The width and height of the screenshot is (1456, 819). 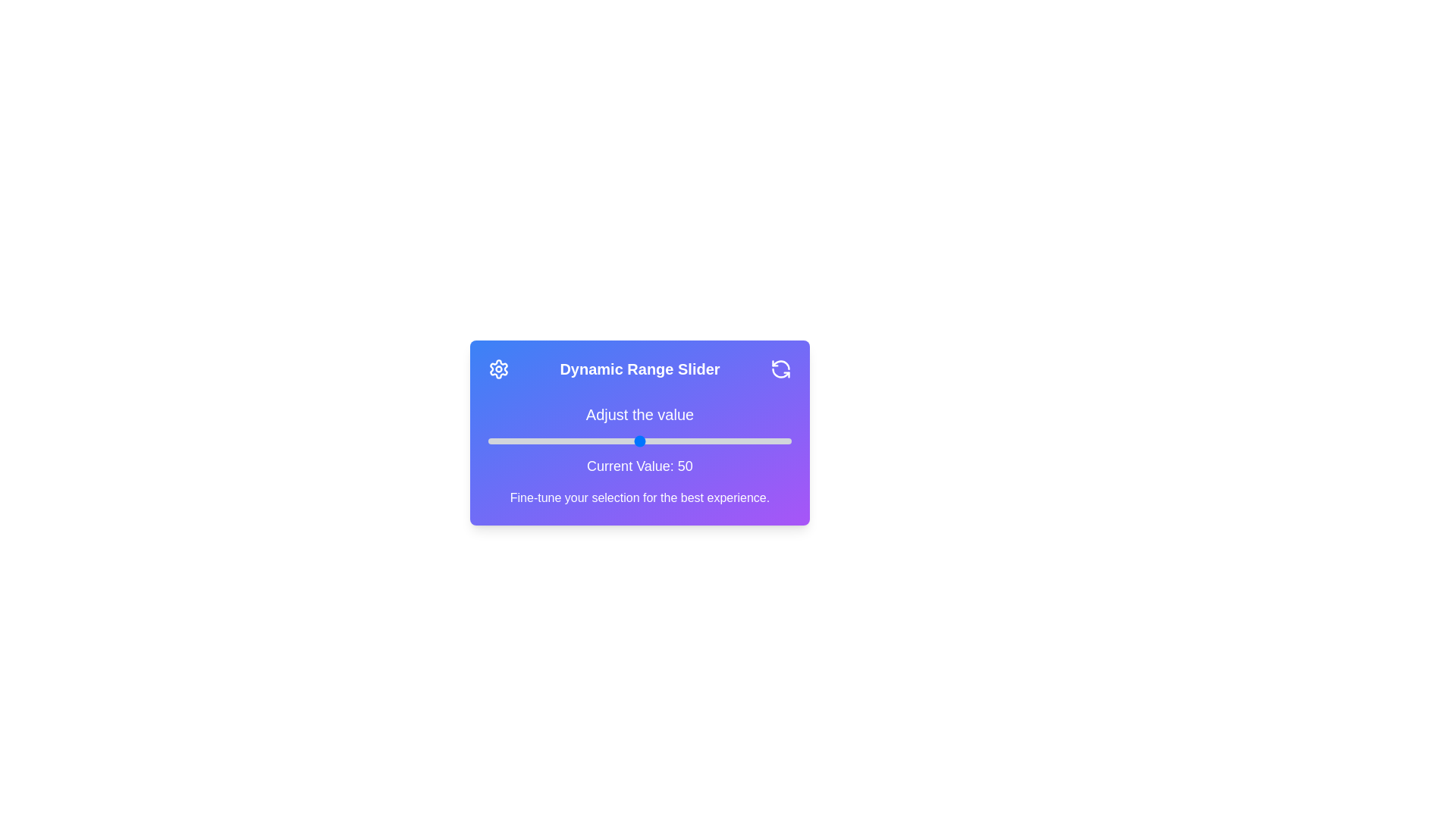 I want to click on the slider to set the value to 39, so click(x=607, y=441).